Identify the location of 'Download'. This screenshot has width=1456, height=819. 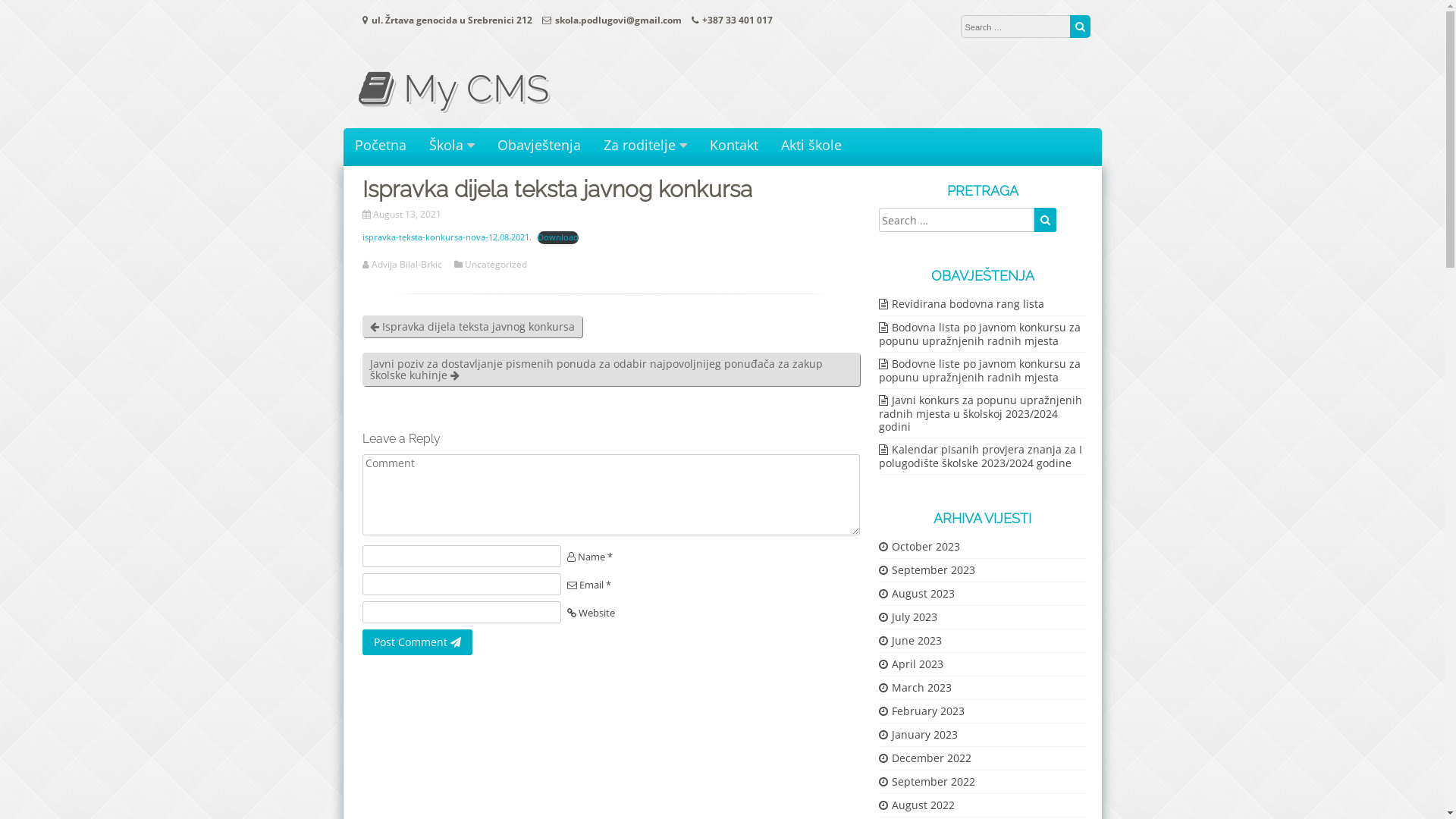
(538, 237).